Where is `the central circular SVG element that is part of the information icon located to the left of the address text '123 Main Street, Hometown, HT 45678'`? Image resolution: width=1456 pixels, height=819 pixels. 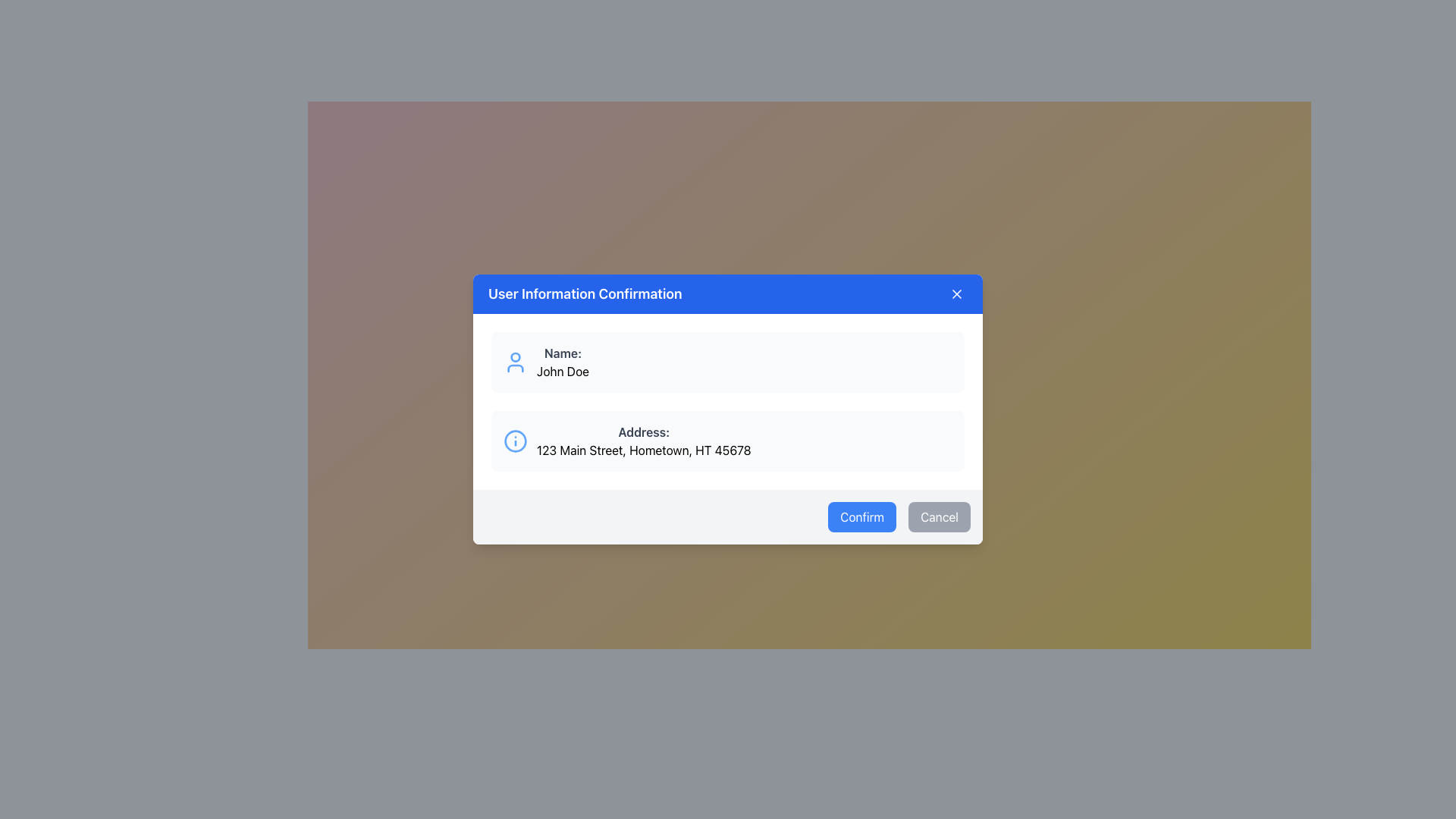
the central circular SVG element that is part of the information icon located to the left of the address text '123 Main Street, Hometown, HT 45678' is located at coordinates (516, 441).